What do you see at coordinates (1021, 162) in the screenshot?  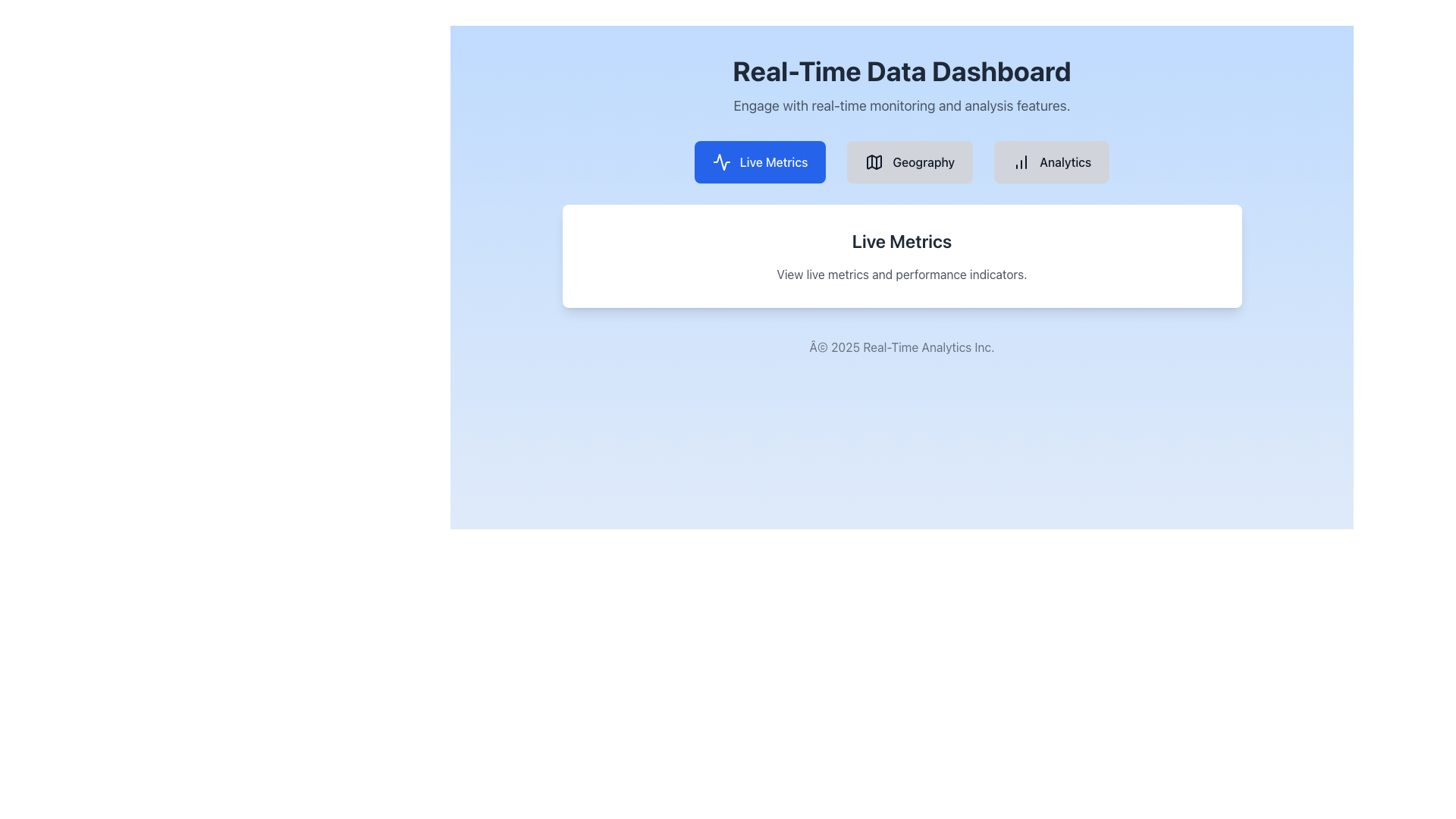 I see `the icon located to the left of the 'Analytics' button in the 'Real-Time Data Dashboard', which visually represents data analysis` at bounding box center [1021, 162].